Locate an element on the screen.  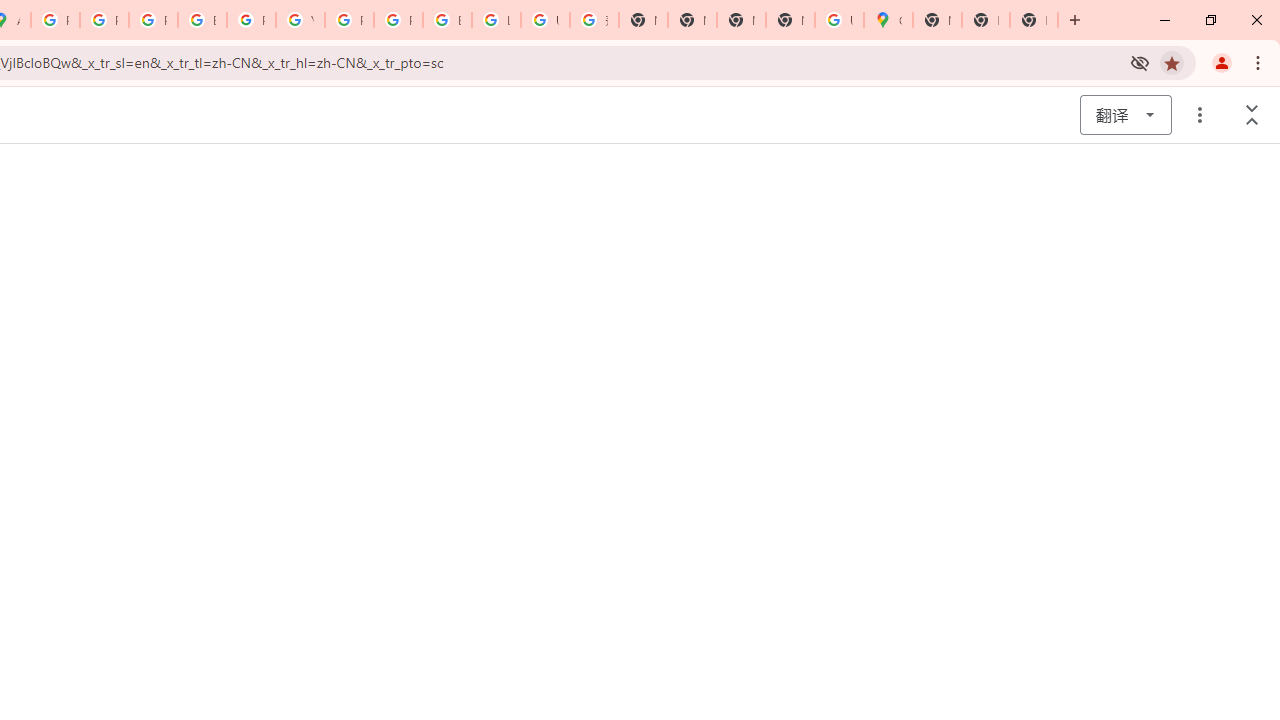
'Privacy Help Center - Policies Help' is located at coordinates (152, 20).